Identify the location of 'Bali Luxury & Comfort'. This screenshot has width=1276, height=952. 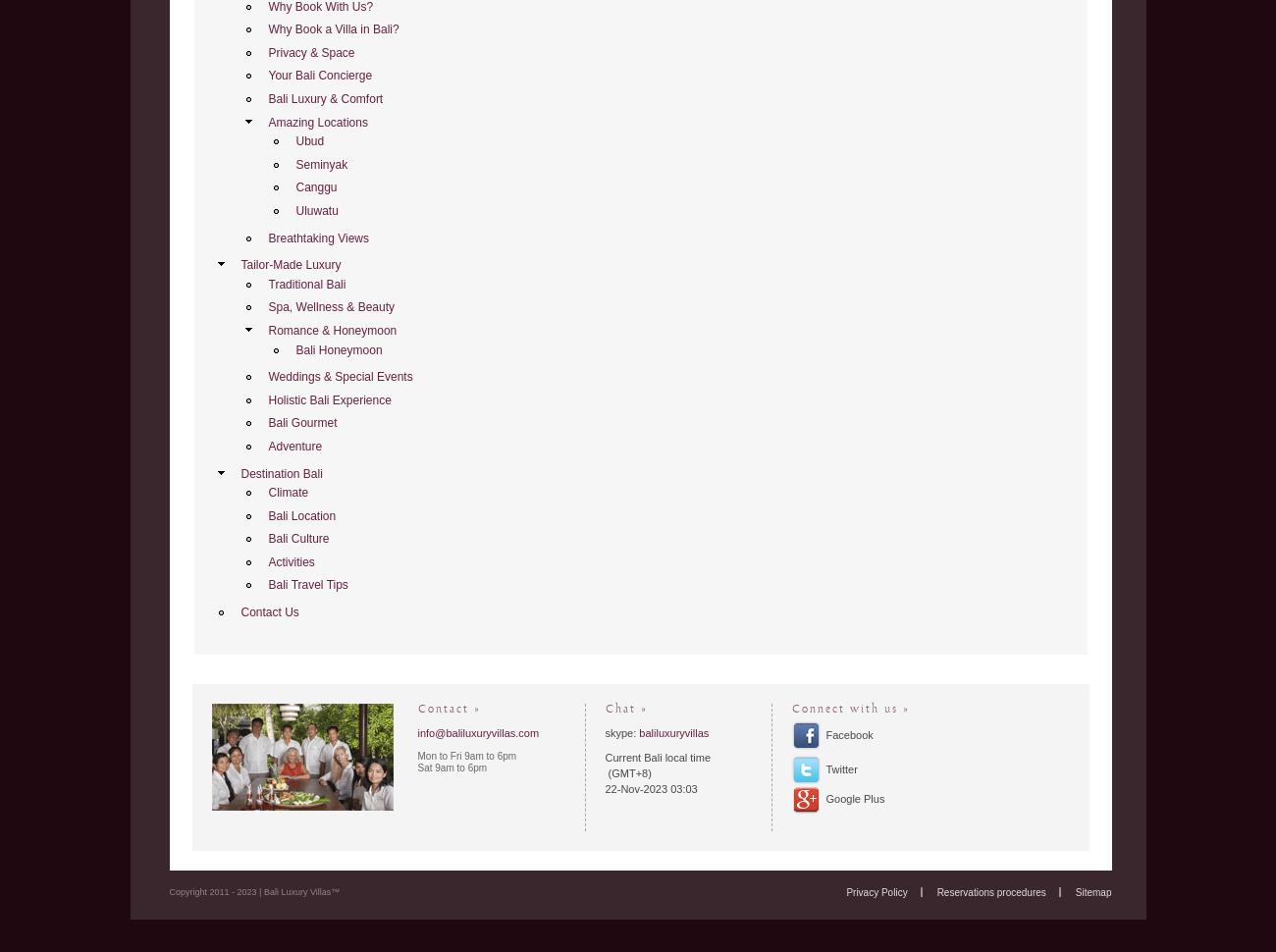
(268, 98).